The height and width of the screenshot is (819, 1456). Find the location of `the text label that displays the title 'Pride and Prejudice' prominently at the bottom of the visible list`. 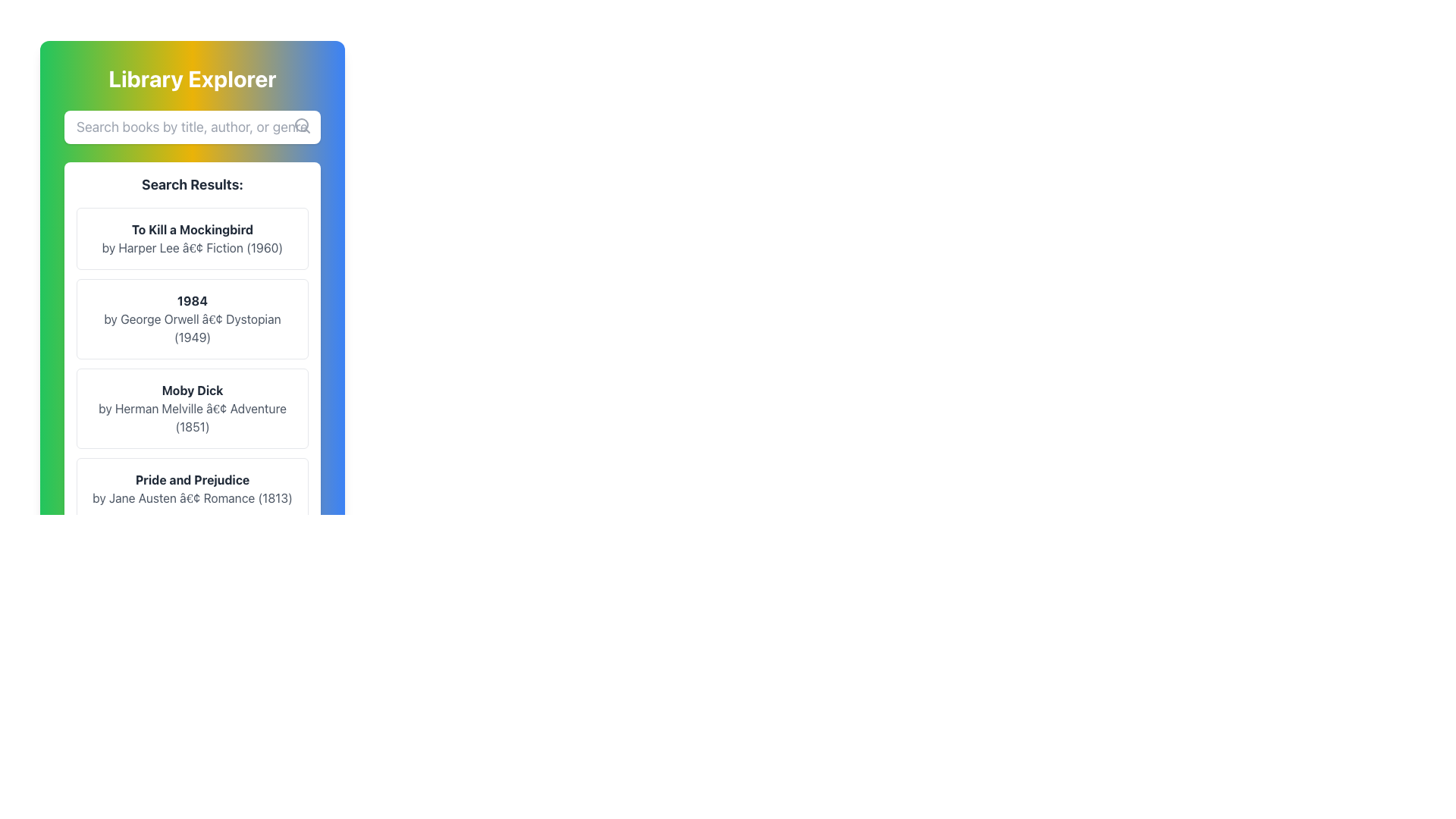

the text label that displays the title 'Pride and Prejudice' prominently at the bottom of the visible list is located at coordinates (192, 479).